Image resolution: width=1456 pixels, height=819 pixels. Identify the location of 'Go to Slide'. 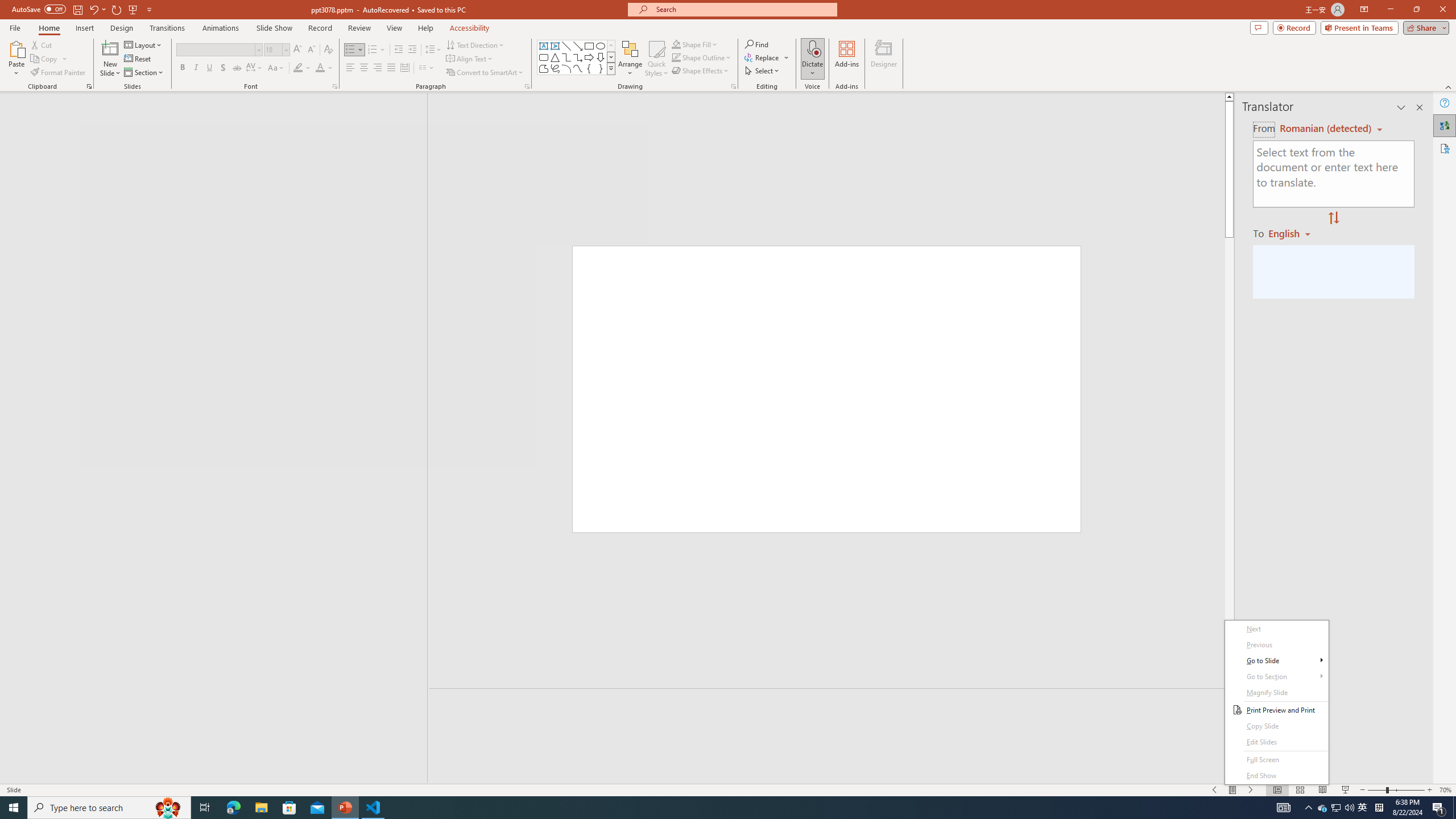
(1277, 660).